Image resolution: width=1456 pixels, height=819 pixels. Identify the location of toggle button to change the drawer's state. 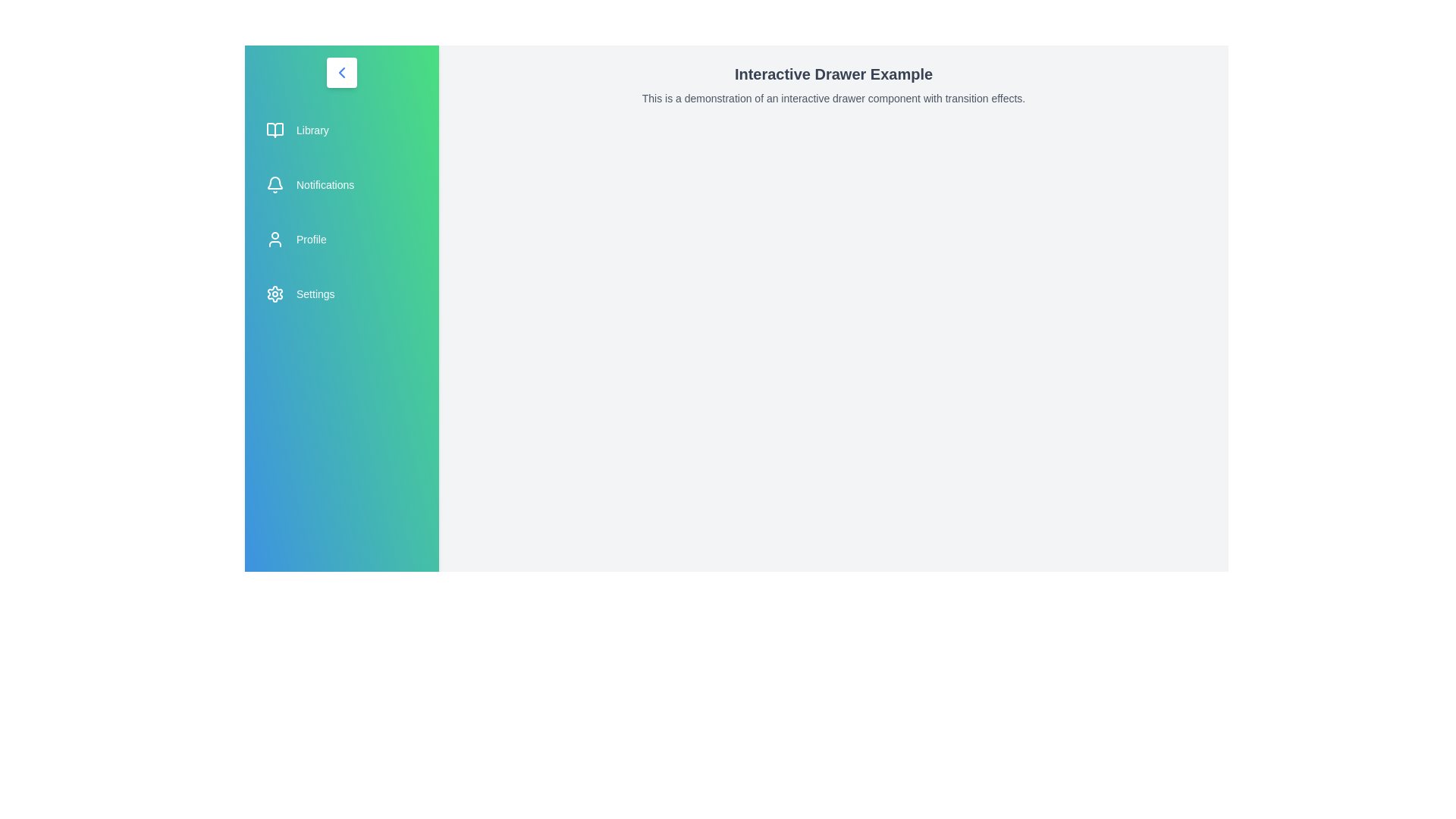
(341, 73).